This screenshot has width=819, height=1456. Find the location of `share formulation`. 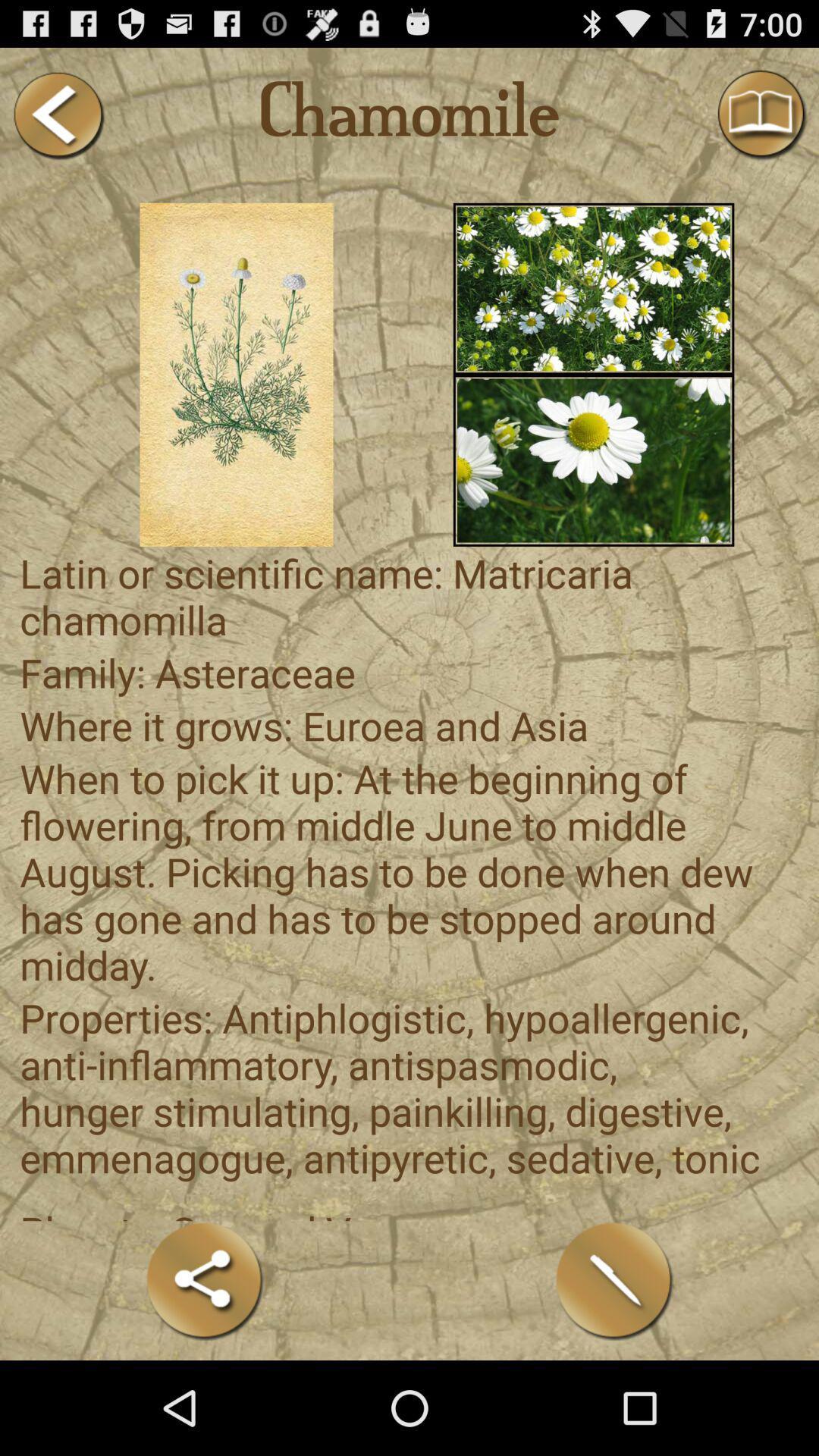

share formulation is located at coordinates (205, 1280).